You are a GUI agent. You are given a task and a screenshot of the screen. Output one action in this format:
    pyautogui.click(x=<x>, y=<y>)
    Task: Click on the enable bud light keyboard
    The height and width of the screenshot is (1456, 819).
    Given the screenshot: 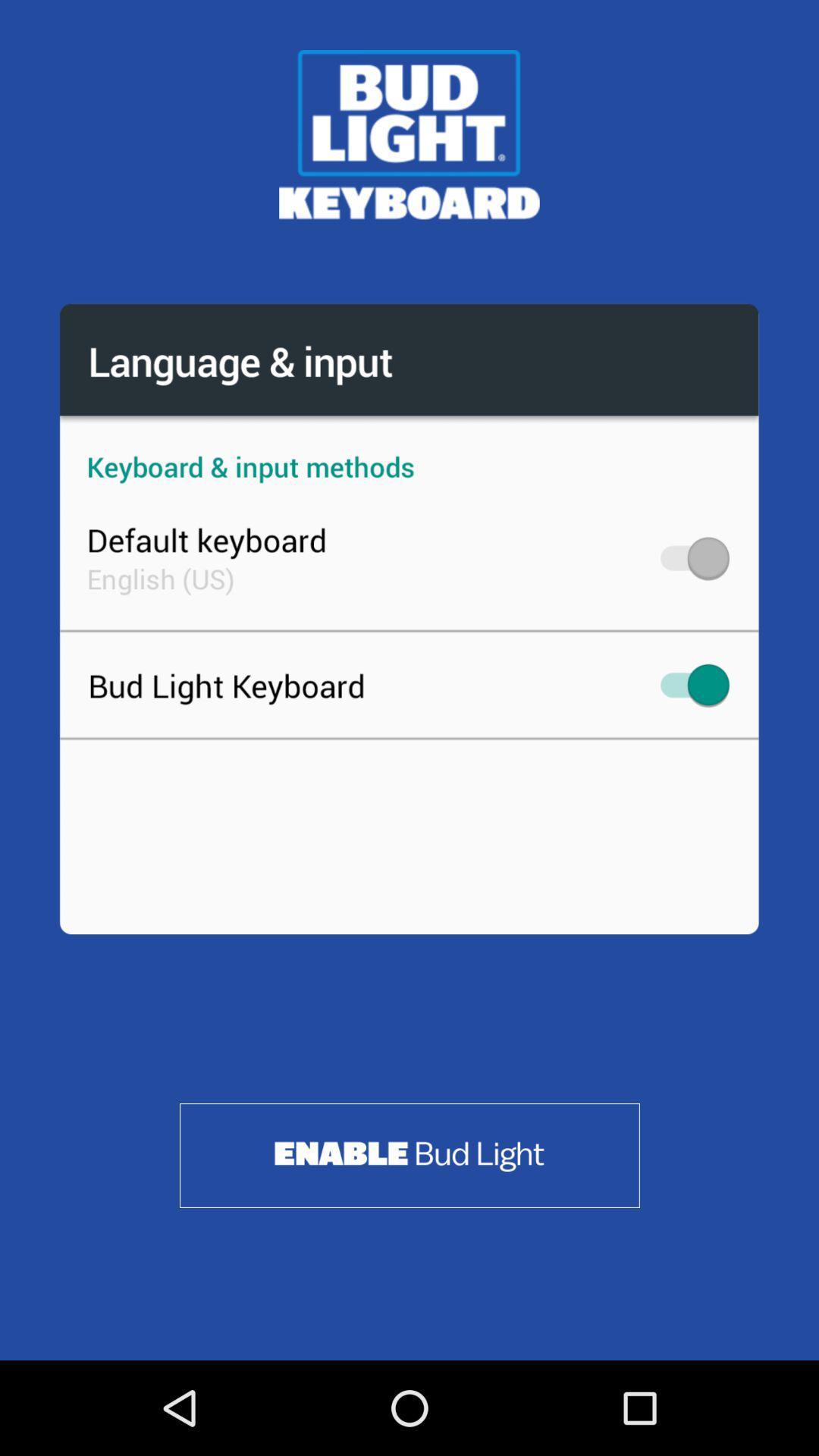 What is the action you would take?
    pyautogui.click(x=409, y=1154)
    